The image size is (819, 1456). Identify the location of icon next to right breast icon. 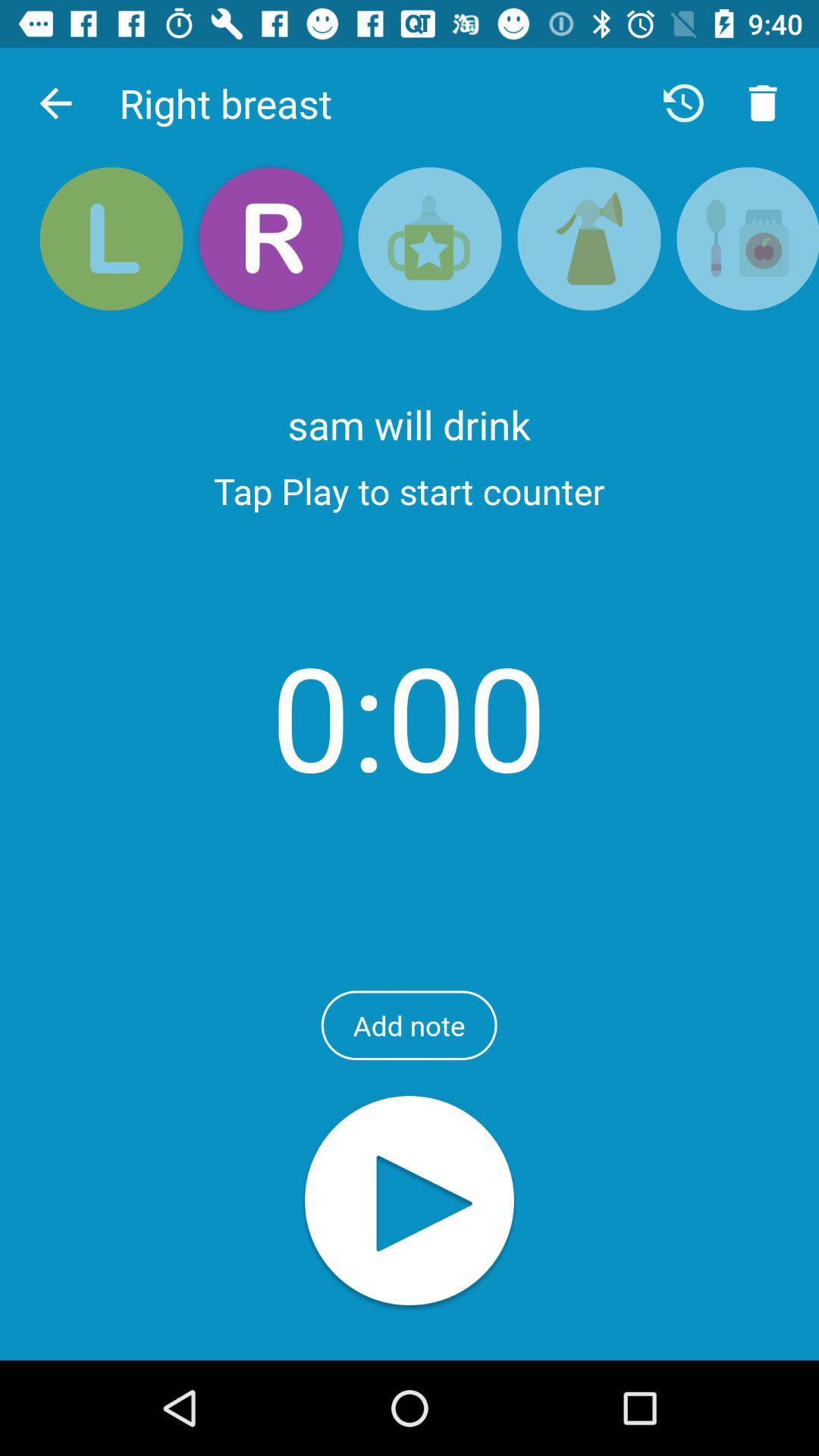
(55, 102).